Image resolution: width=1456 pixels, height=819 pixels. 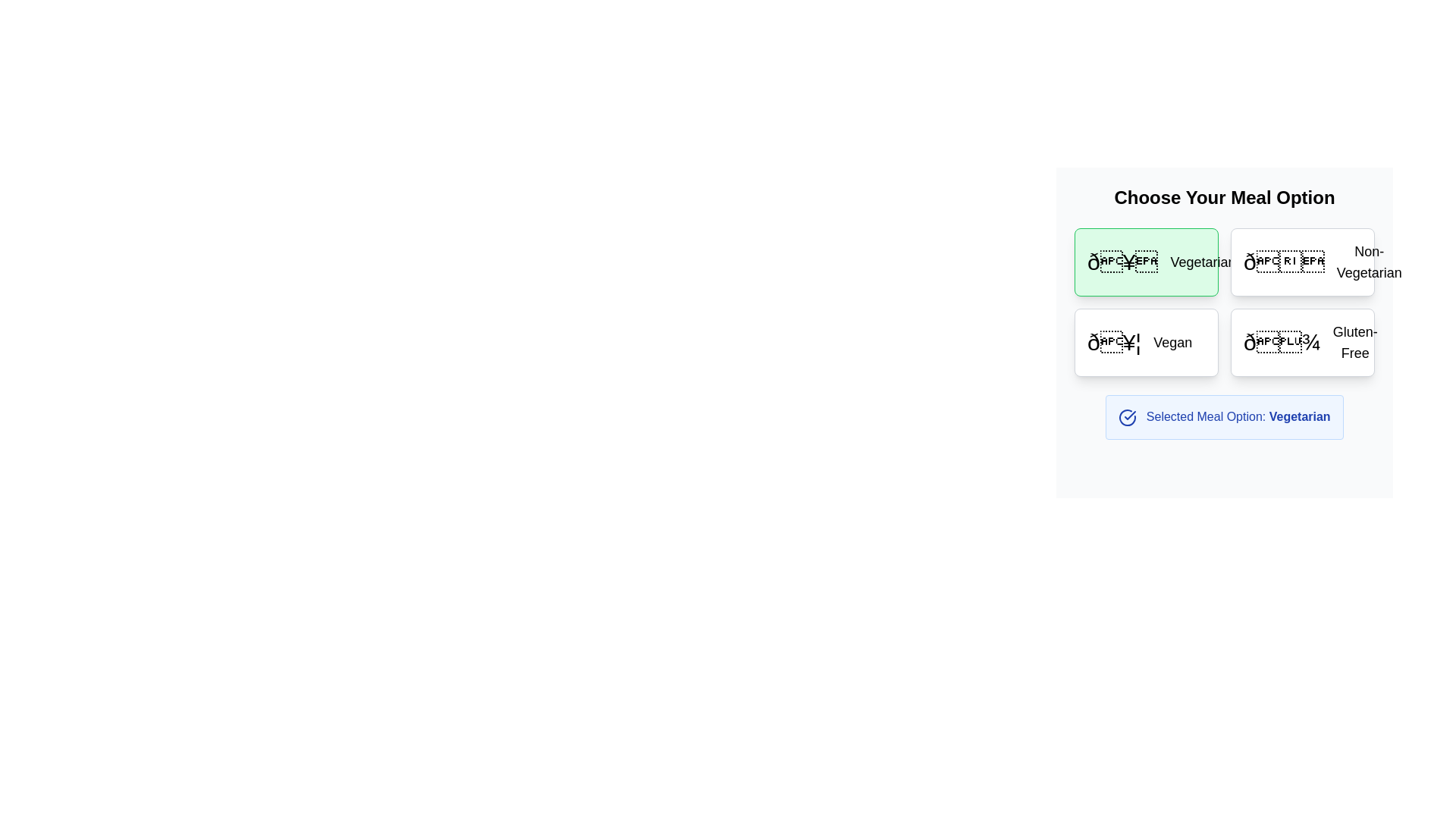 I want to click on the static text element styled as a header that introduces users to select their preferred meal option, located at the top of the meal options grid, so click(x=1224, y=197).